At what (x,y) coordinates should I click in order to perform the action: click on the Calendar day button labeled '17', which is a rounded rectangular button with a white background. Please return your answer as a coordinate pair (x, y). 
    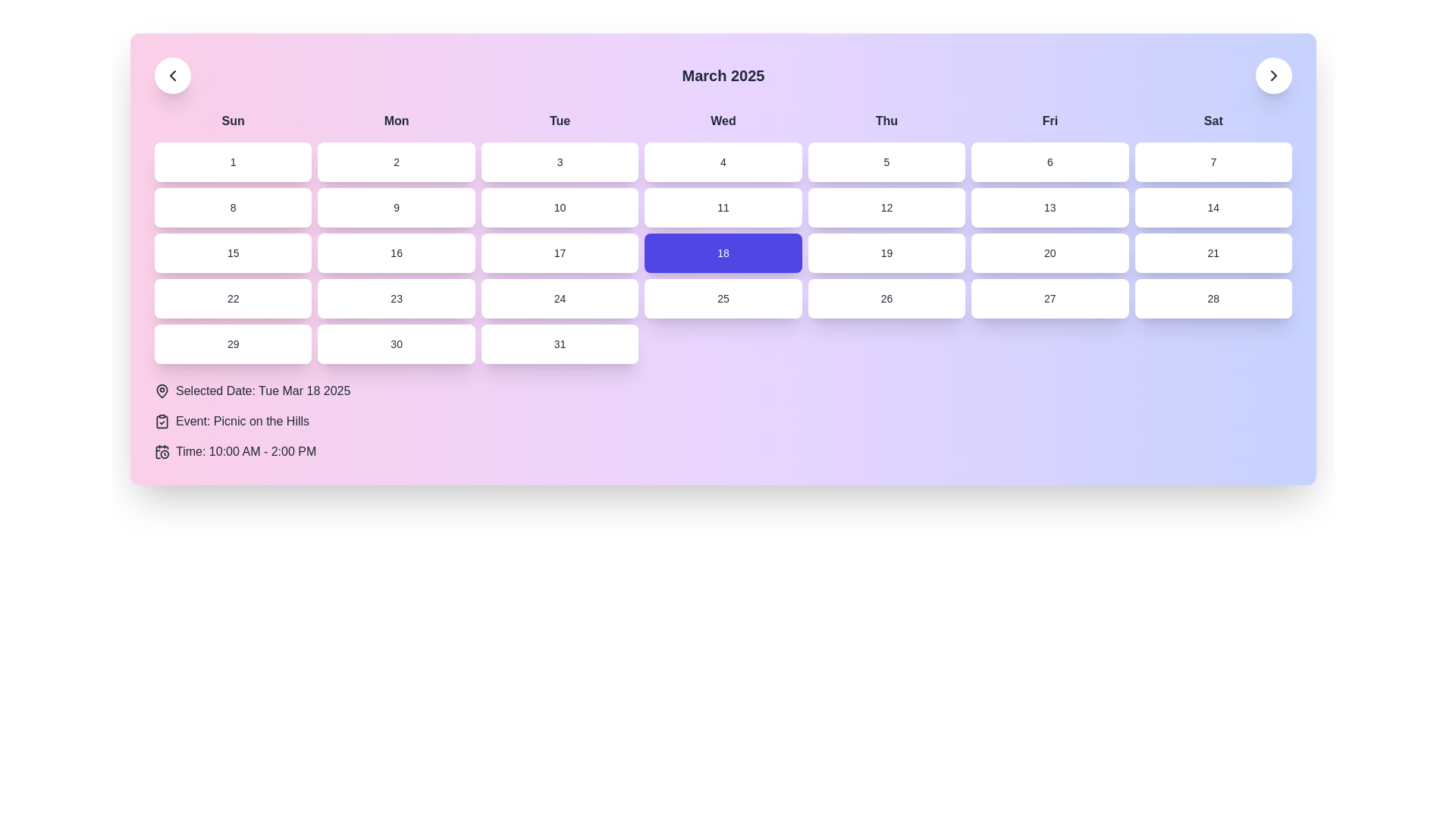
    Looking at the image, I should click on (559, 253).